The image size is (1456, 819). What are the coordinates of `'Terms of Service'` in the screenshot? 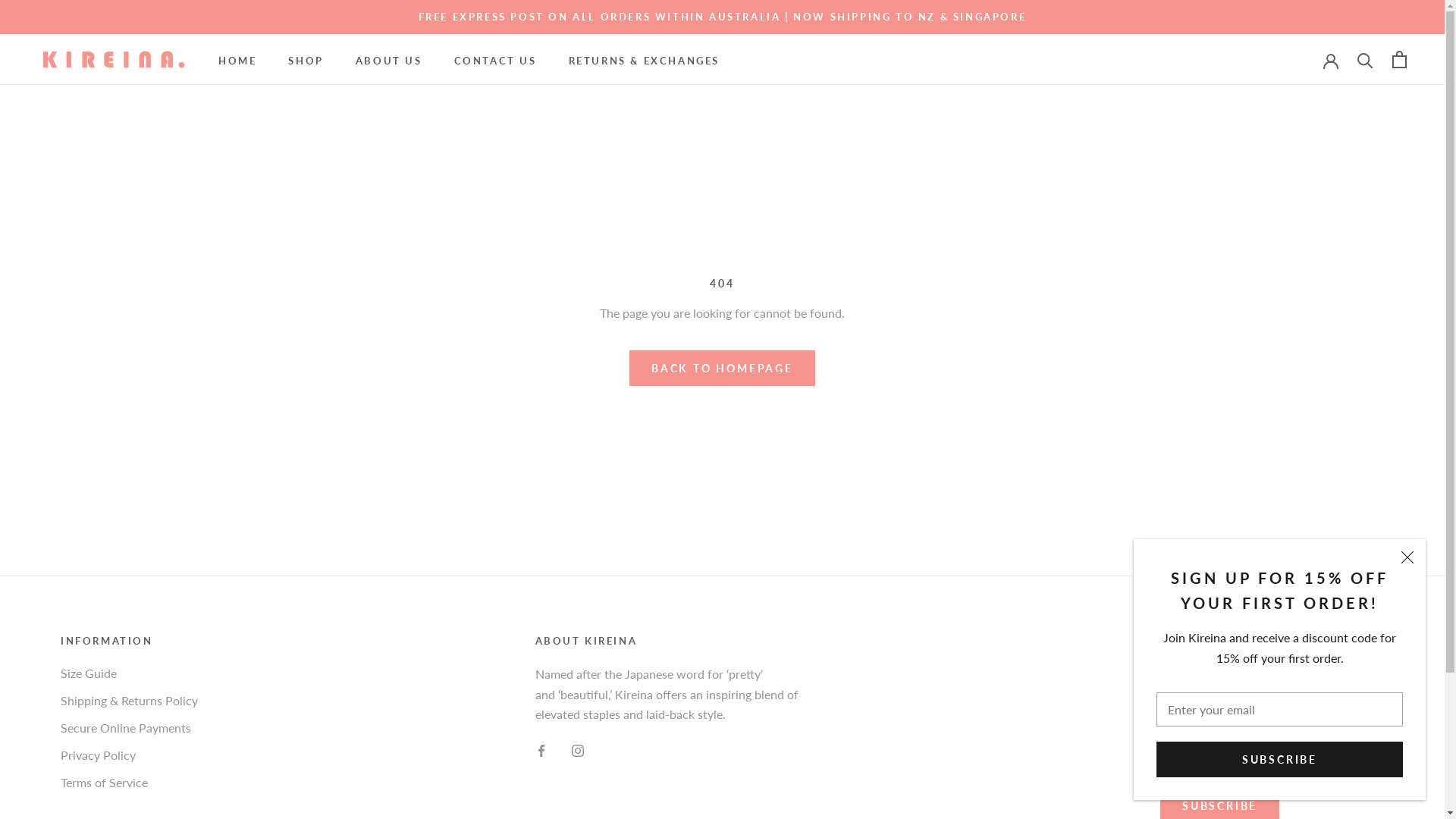 It's located at (129, 783).